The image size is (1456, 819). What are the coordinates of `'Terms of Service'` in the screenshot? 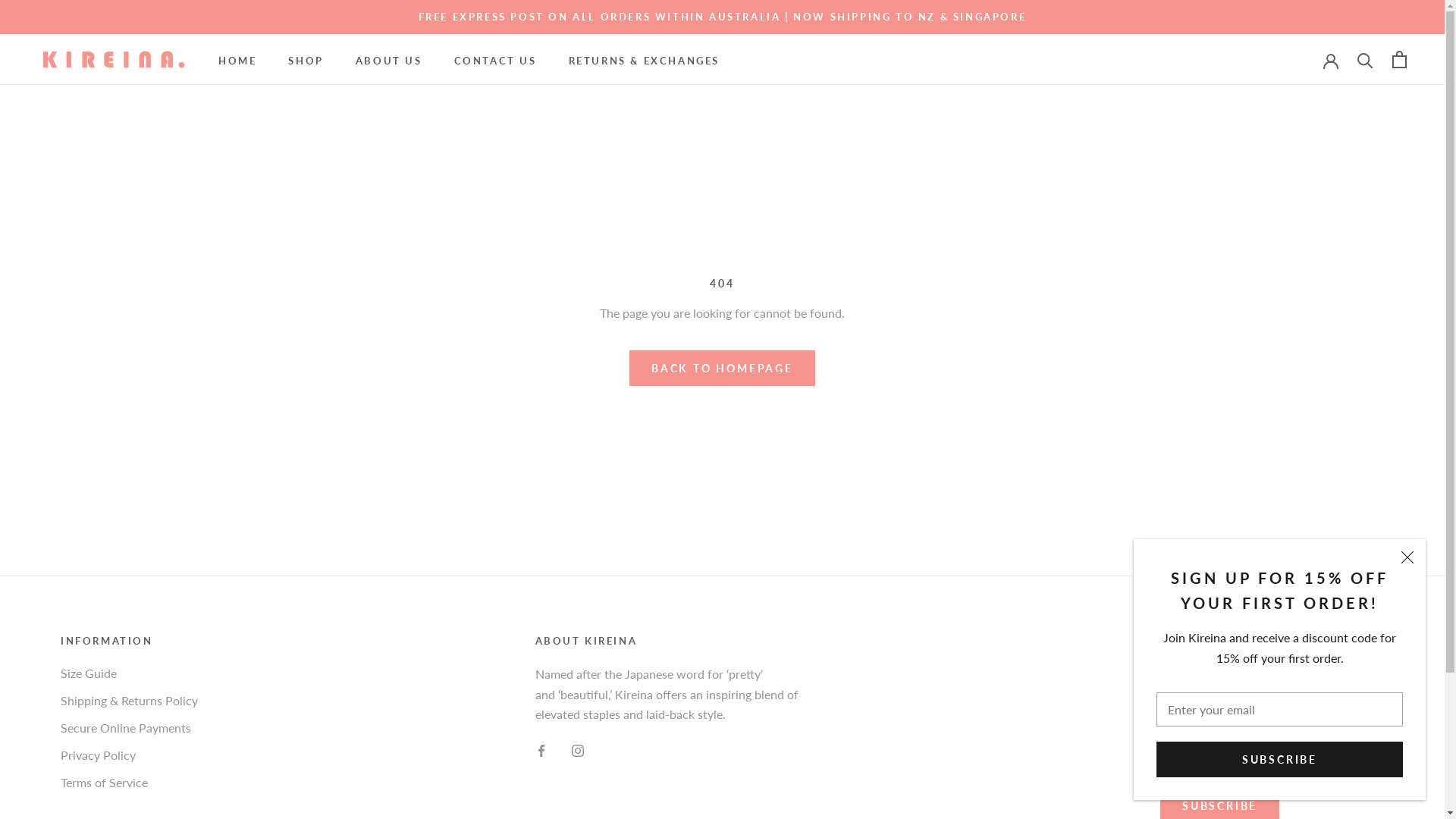 It's located at (129, 783).